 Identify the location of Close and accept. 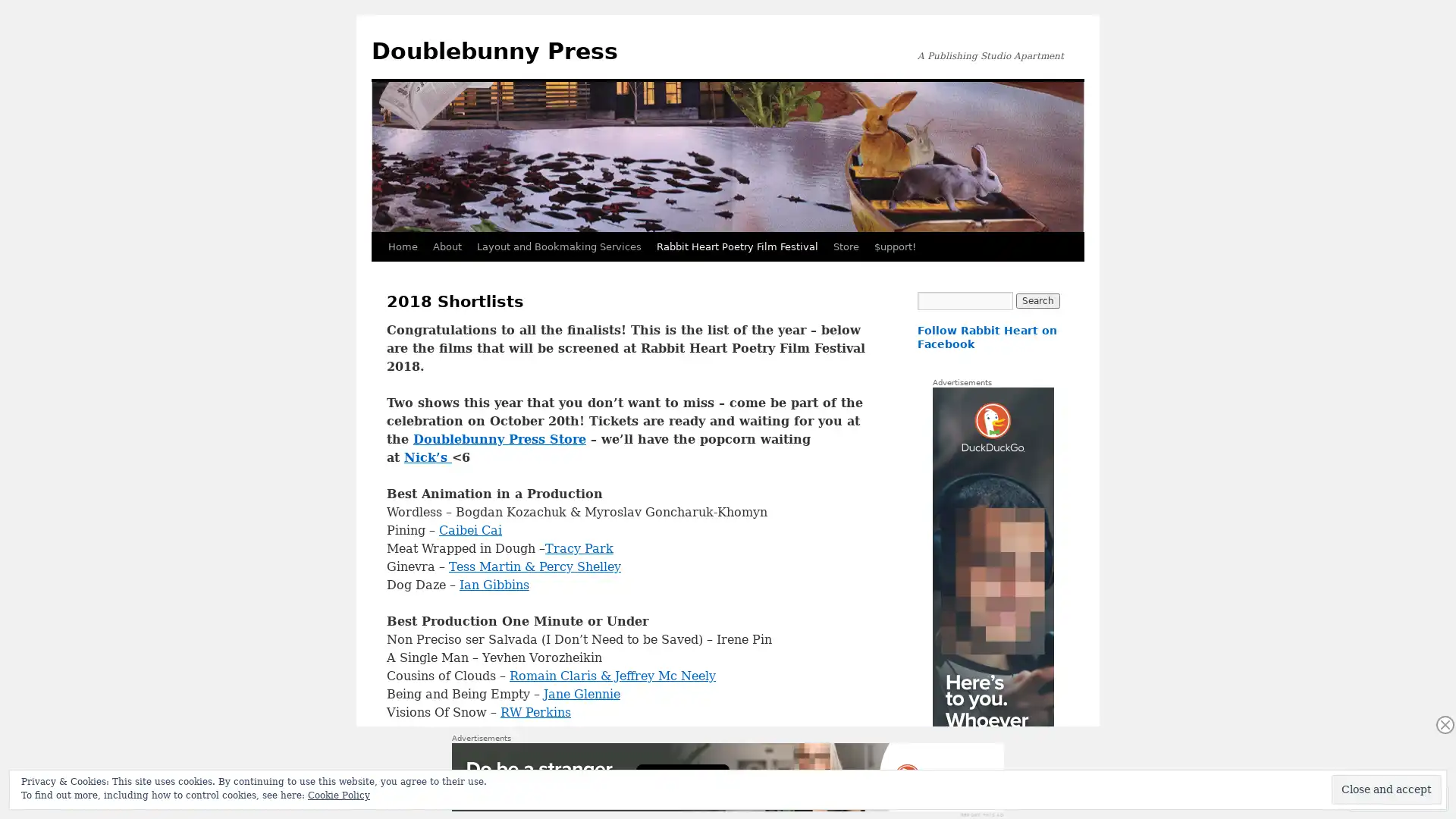
(1386, 789).